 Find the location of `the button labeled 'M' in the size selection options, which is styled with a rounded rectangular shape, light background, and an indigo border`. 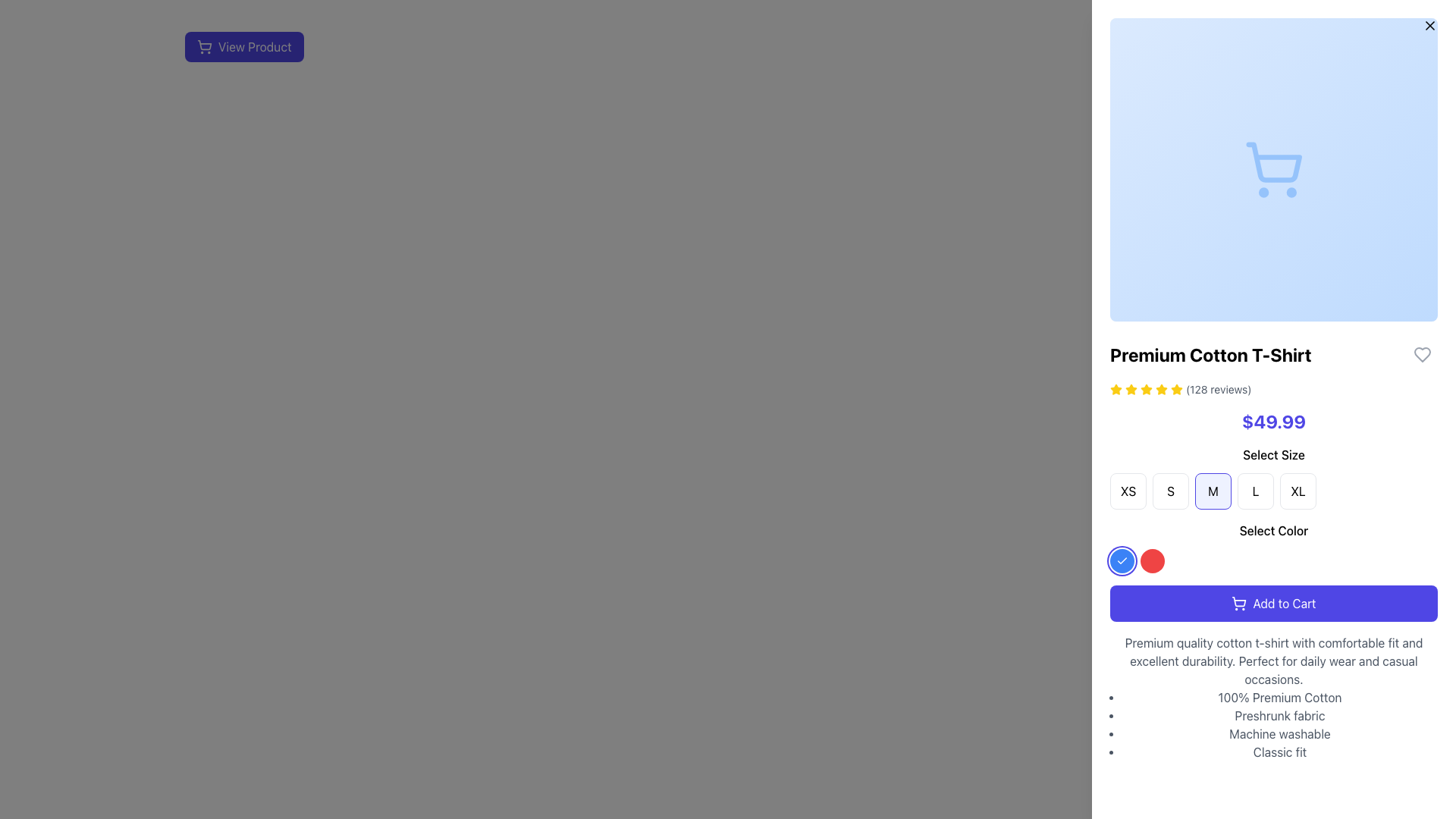

the button labeled 'M' in the size selection options, which is styled with a rounded rectangular shape, light background, and an indigo border is located at coordinates (1212, 491).